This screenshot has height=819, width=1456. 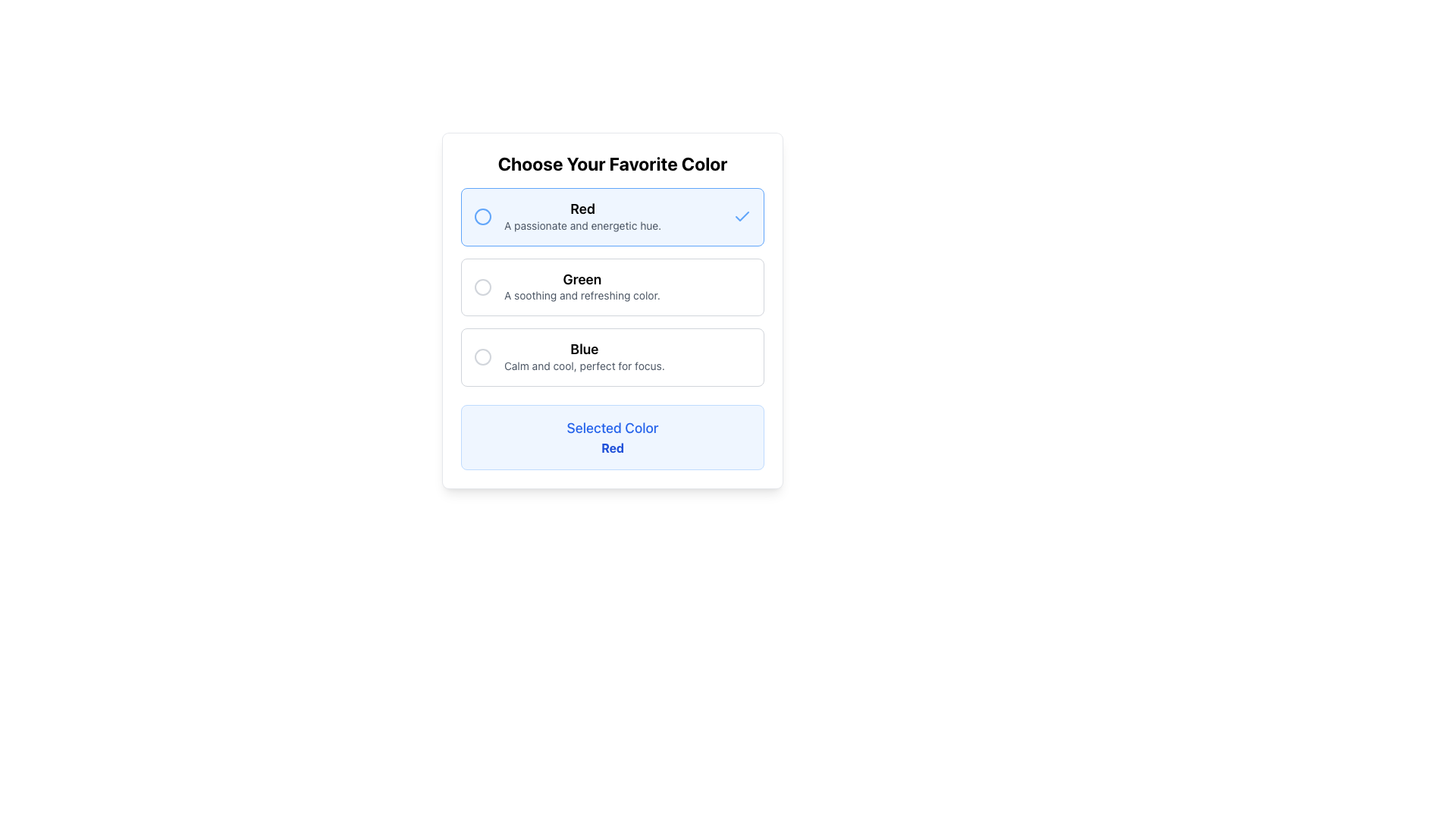 What do you see at coordinates (482, 356) in the screenshot?
I see `the SVG Circle representing the 'Blue' color option in the selectable list of favorite colors` at bounding box center [482, 356].